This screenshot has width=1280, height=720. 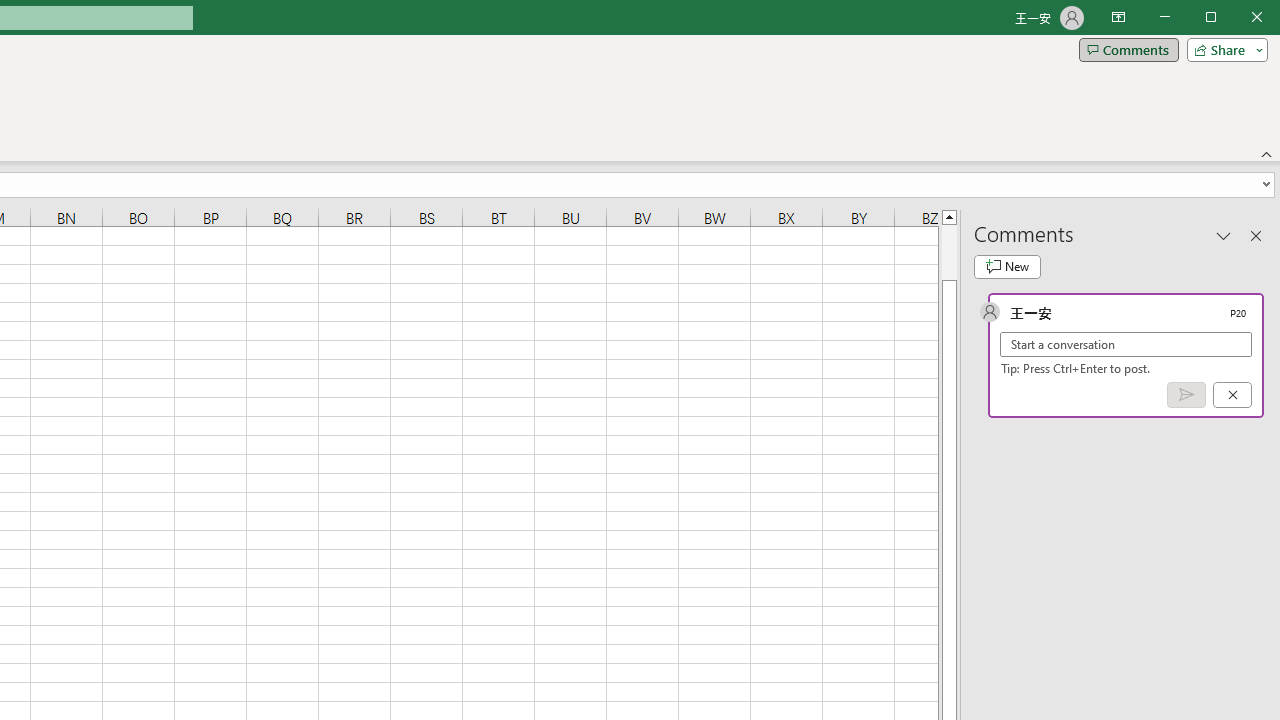 I want to click on 'Post comment (Ctrl + Enter)', so click(x=1186, y=395).